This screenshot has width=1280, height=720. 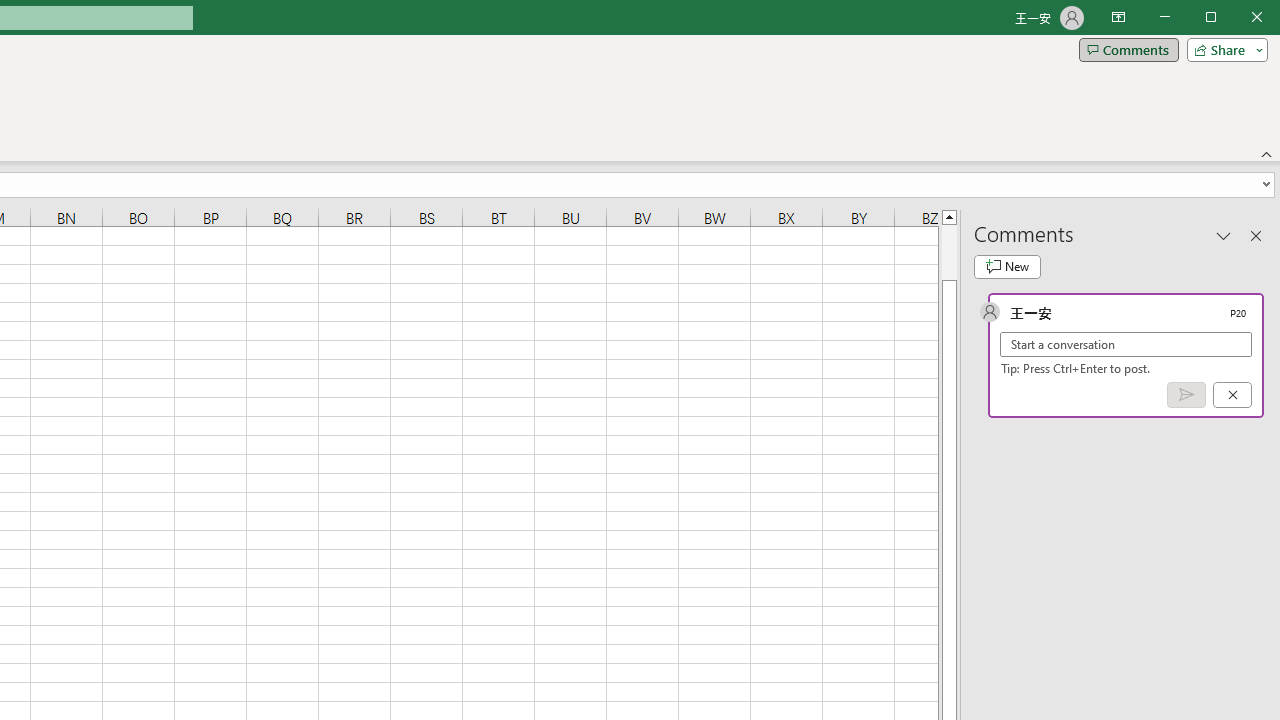 I want to click on 'Post comment (Ctrl + Enter)', so click(x=1186, y=395).